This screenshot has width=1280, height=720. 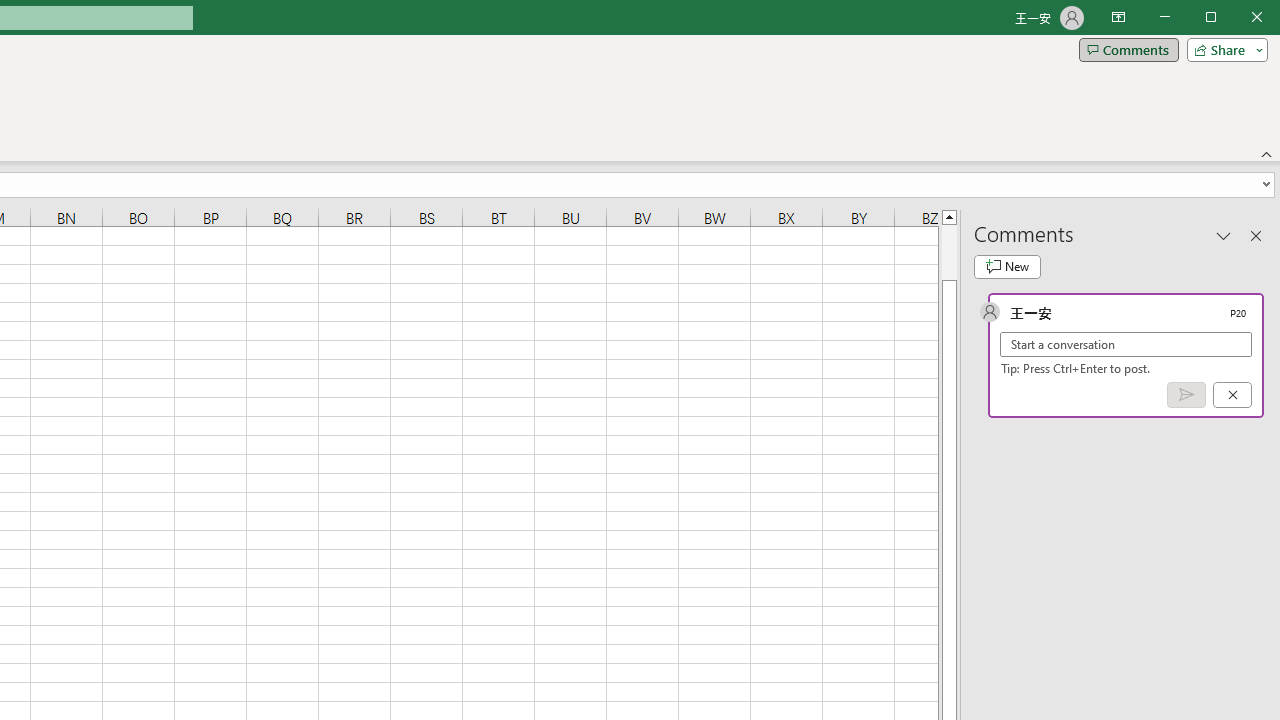 I want to click on 'Post comment (Ctrl + Enter)', so click(x=1186, y=395).